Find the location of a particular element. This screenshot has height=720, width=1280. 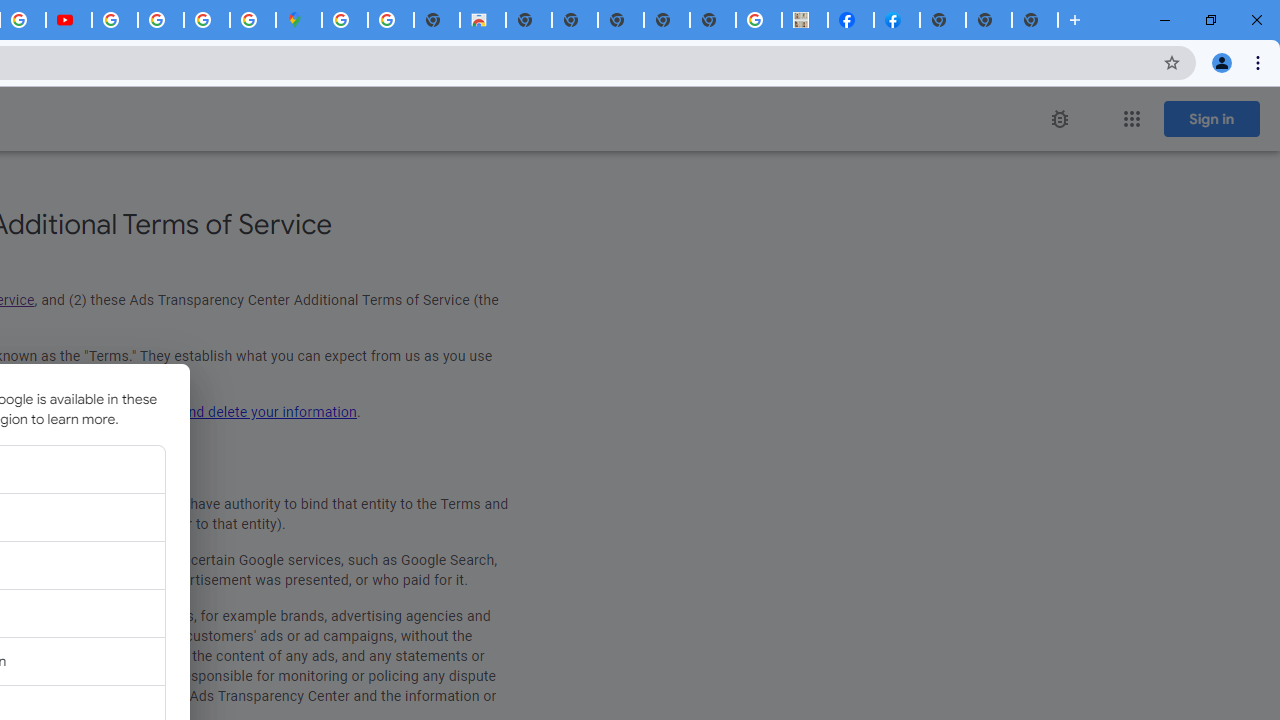

'Miley Cyrus | Facebook' is located at coordinates (851, 20).